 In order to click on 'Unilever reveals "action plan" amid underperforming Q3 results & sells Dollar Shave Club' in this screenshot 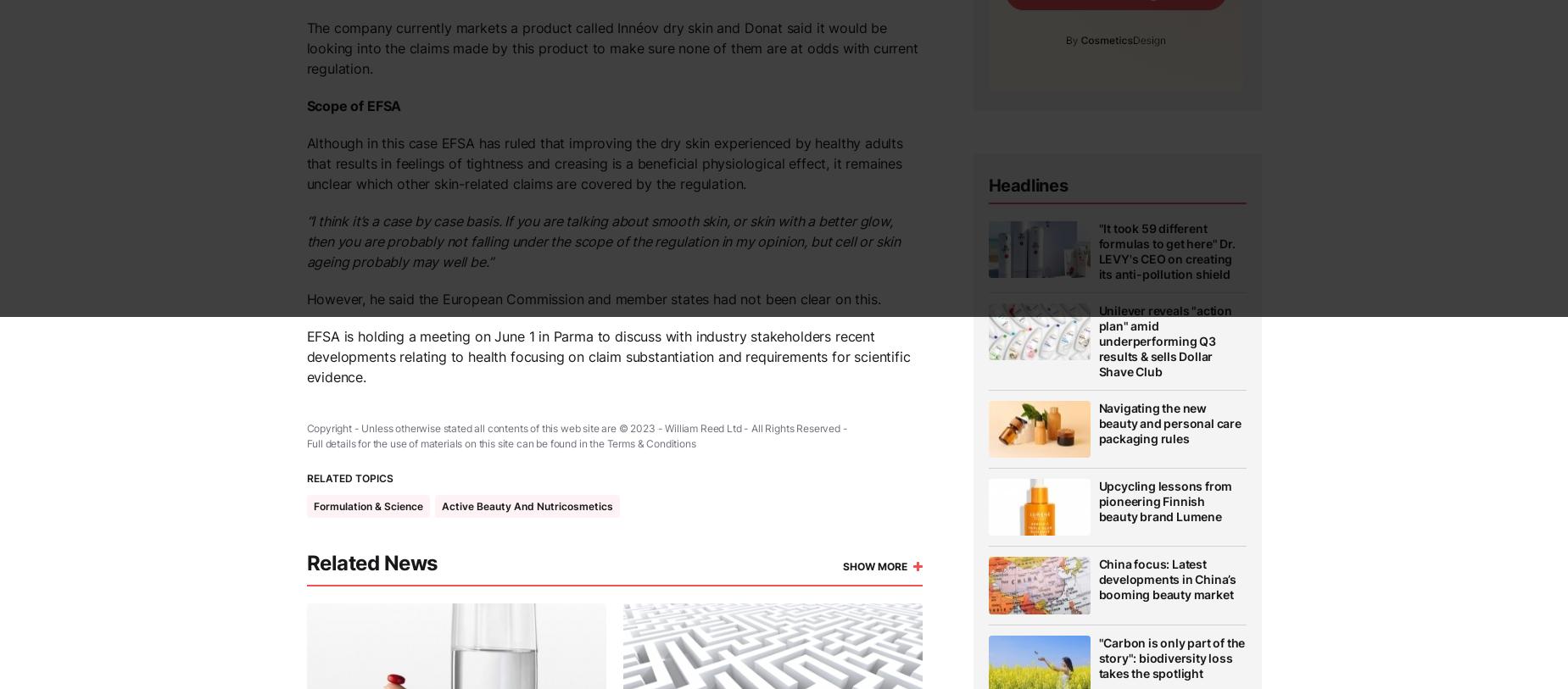, I will do `click(1164, 340)`.